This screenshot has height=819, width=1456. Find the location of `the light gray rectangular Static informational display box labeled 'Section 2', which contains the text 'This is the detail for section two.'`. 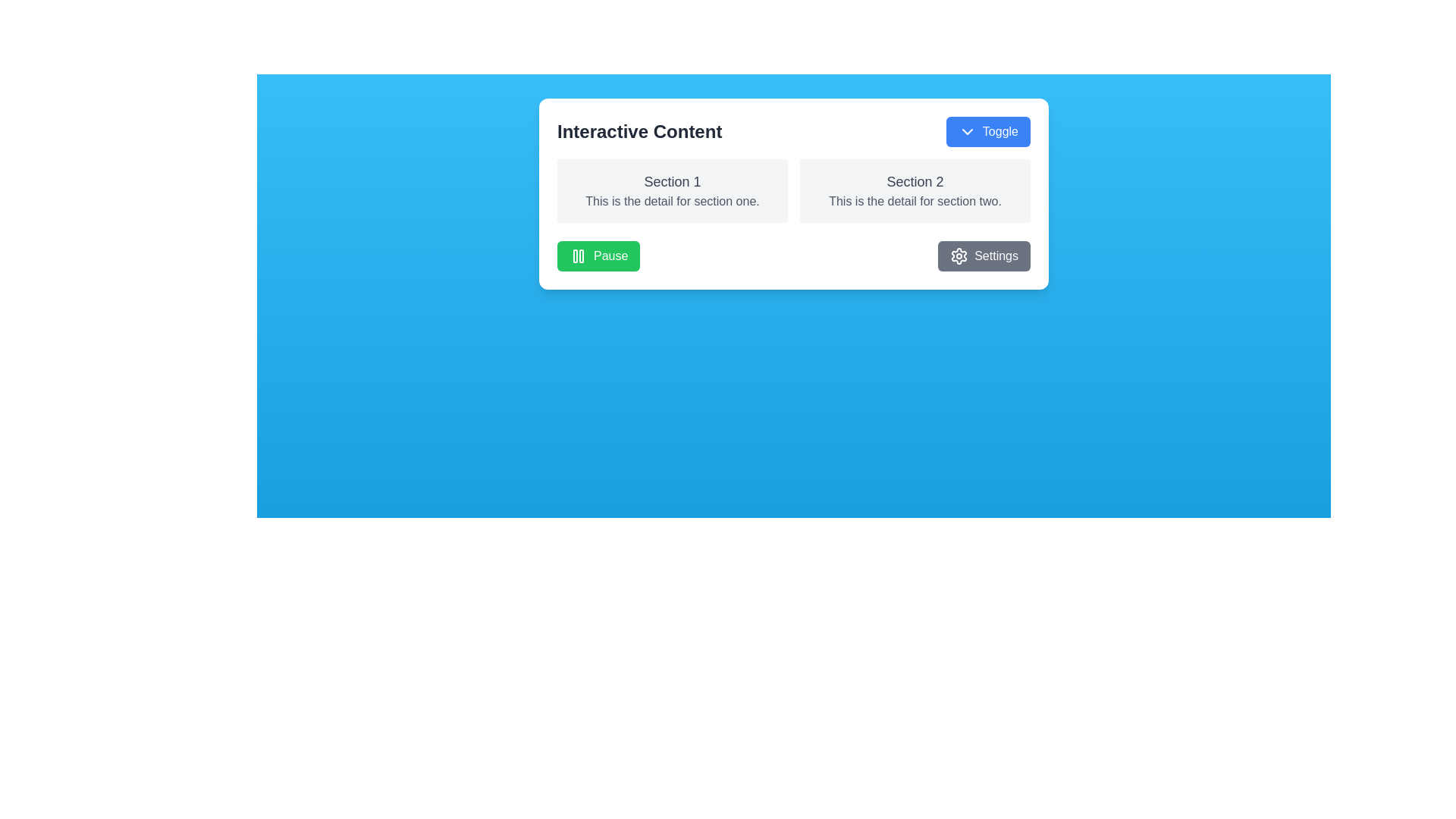

the light gray rectangular Static informational display box labeled 'Section 2', which contains the text 'This is the detail for section two.' is located at coordinates (914, 190).